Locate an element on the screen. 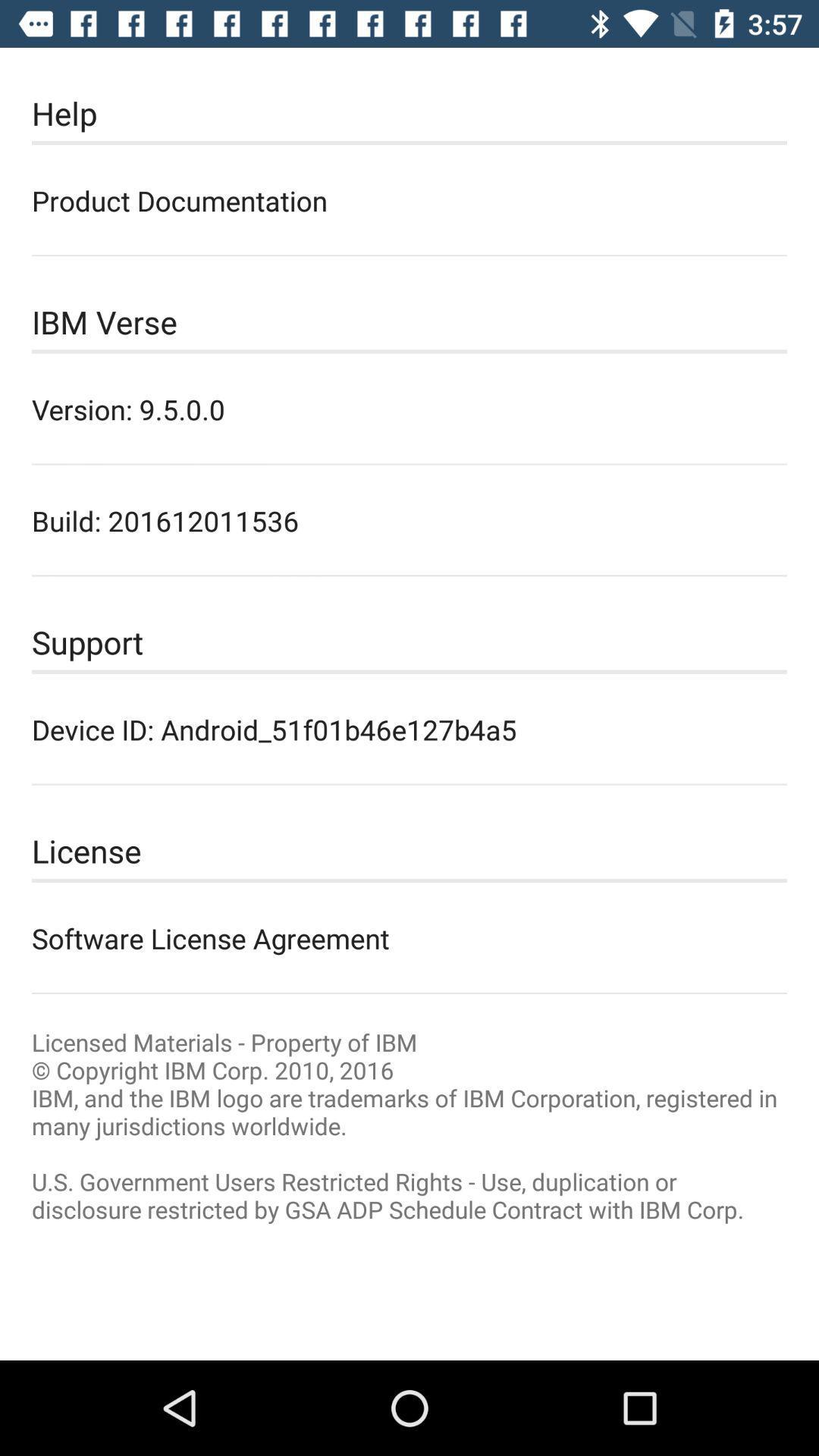 This screenshot has width=819, height=1456. icon below the help is located at coordinates (409, 199).